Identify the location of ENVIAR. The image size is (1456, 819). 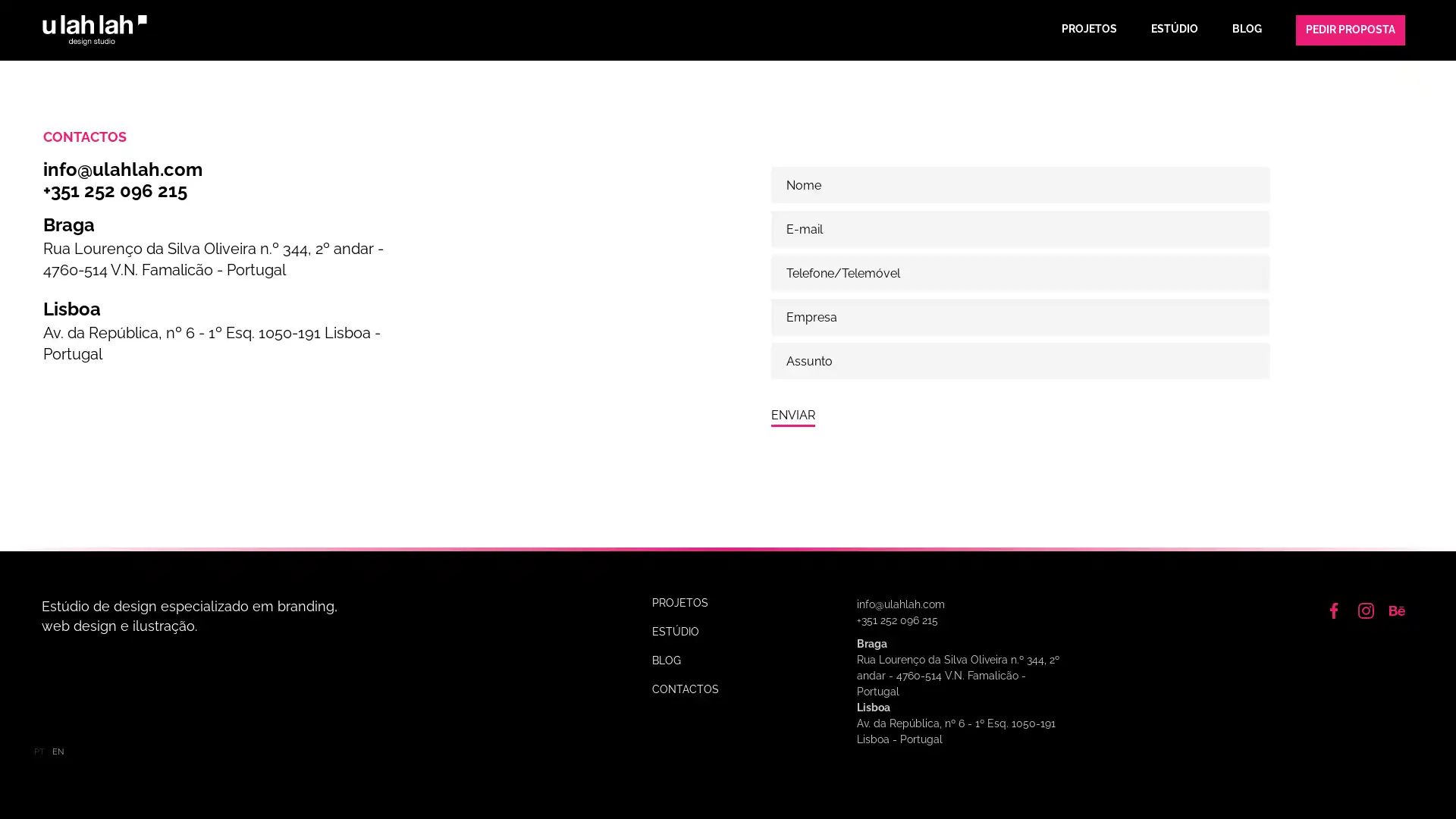
(792, 416).